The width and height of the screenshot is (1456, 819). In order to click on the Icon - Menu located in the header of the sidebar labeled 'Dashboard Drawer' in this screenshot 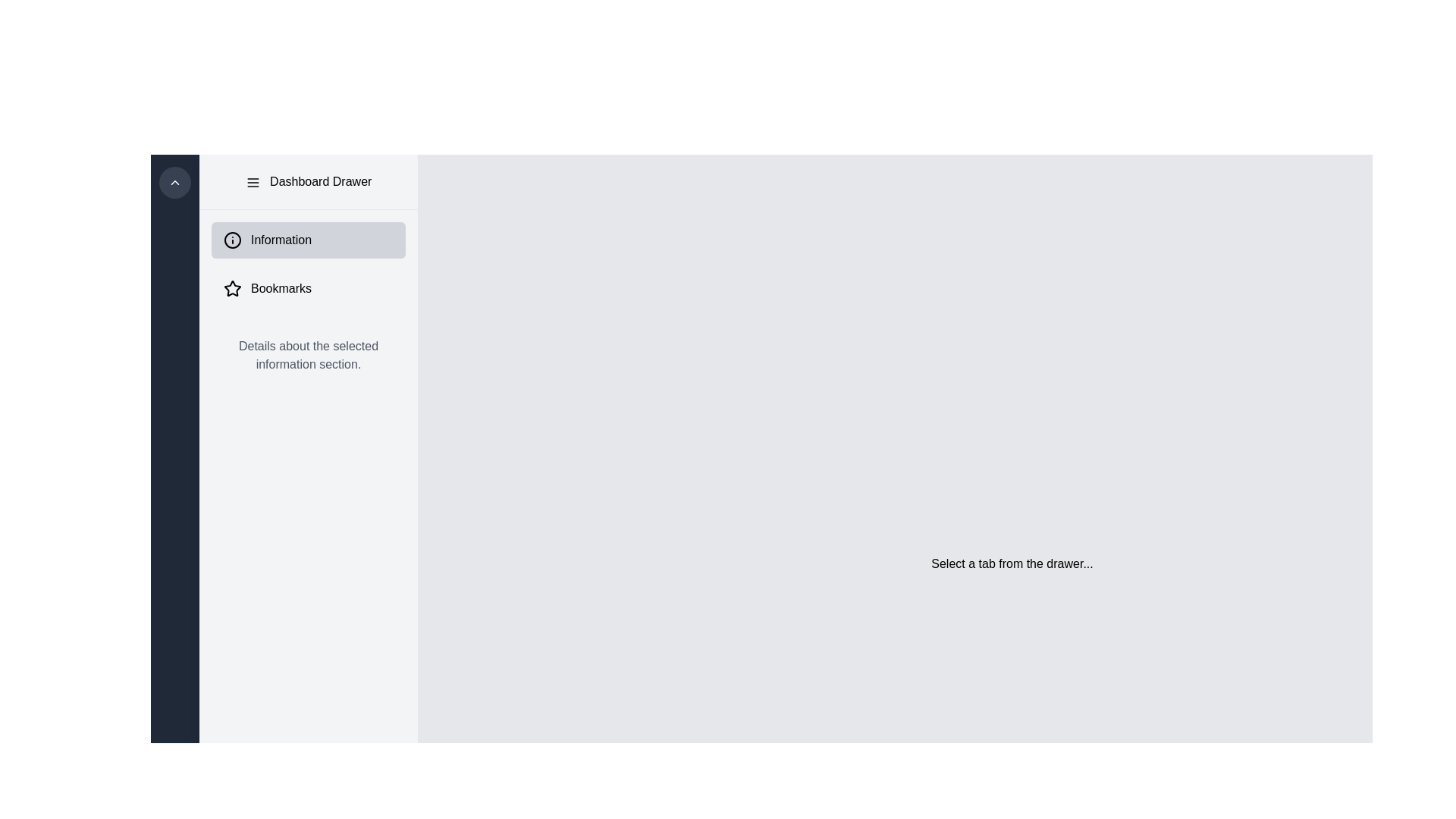, I will do `click(253, 181)`.